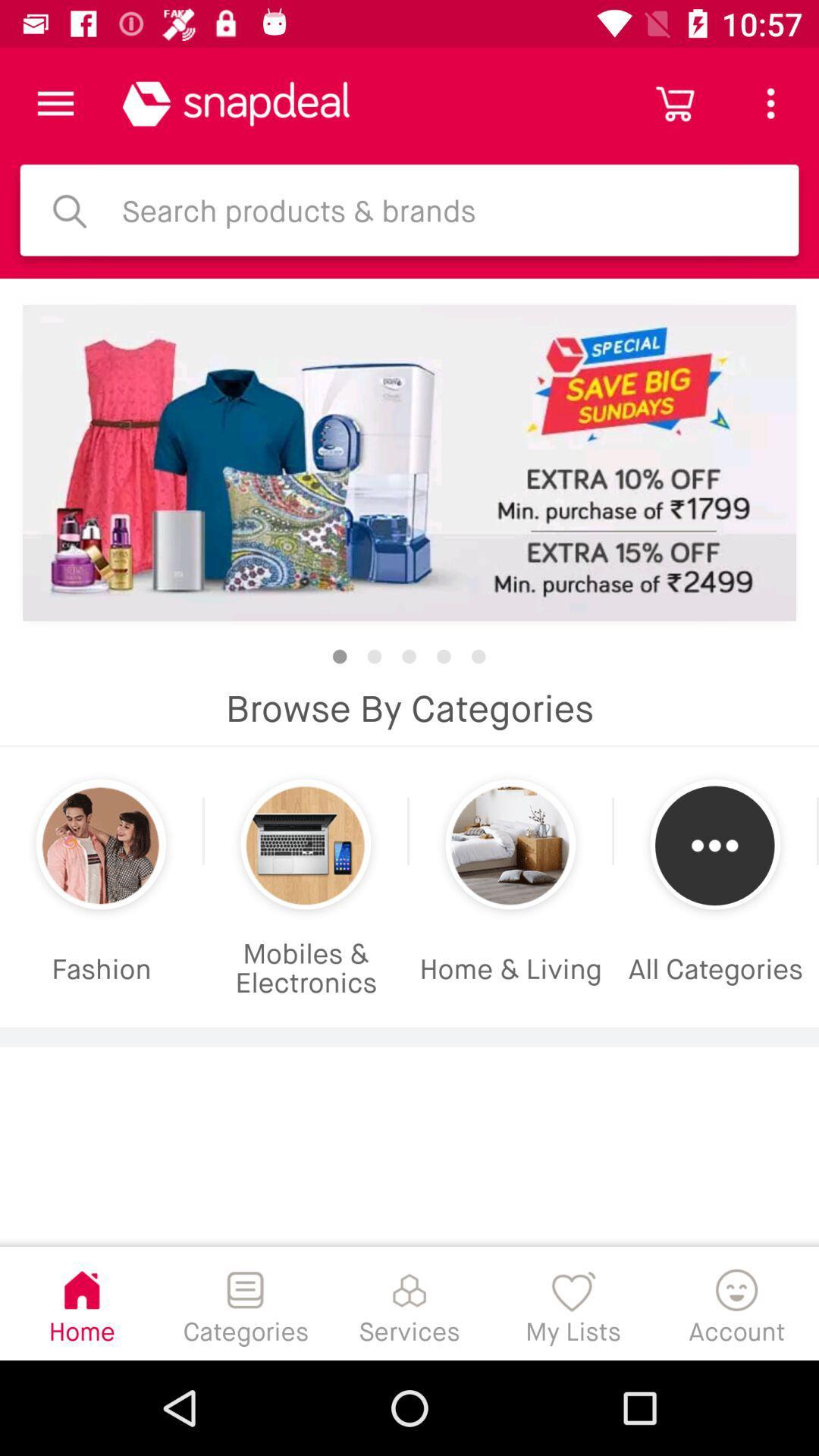  I want to click on item next to the services icon, so click(573, 1302).